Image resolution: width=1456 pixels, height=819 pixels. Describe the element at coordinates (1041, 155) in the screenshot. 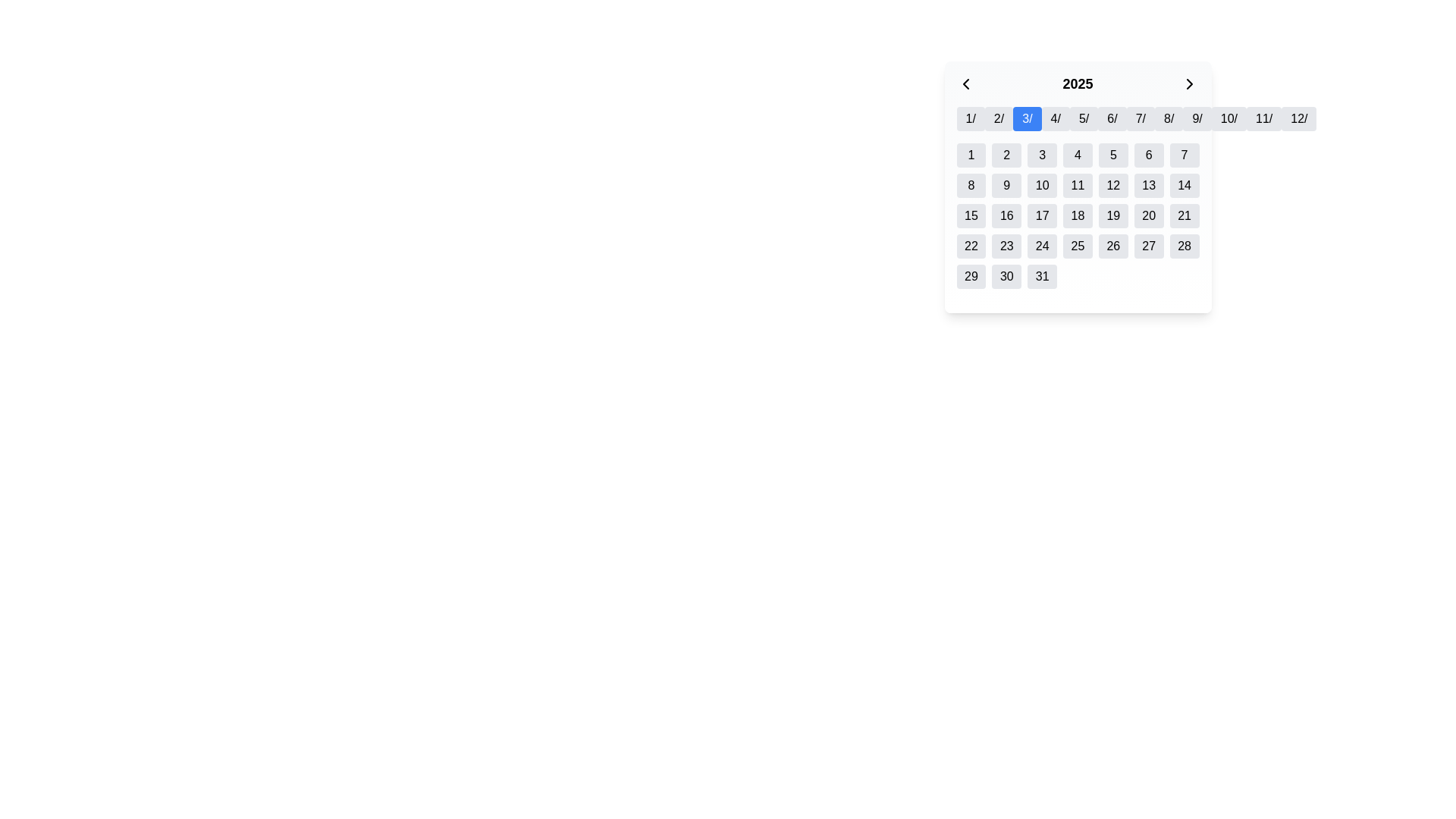

I see `the button containing the digit '3' in a light gray background, which is the third button in the first row of a calendar grid for March 2025` at that location.